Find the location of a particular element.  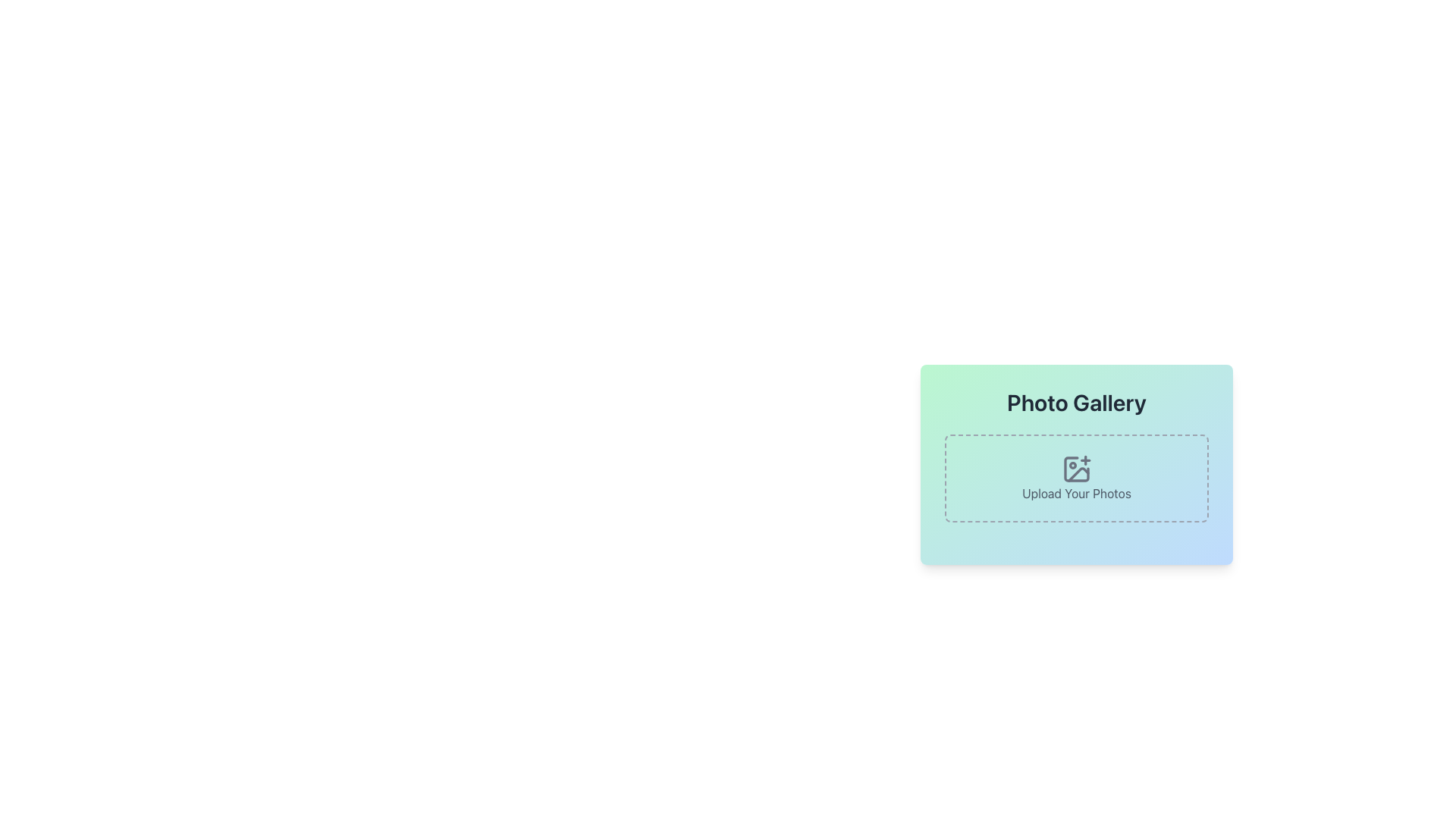

and drop photos onto the upload button located at the center of the card styled with a gradient background, which is labeled 'Photo Gallery' is located at coordinates (1076, 479).